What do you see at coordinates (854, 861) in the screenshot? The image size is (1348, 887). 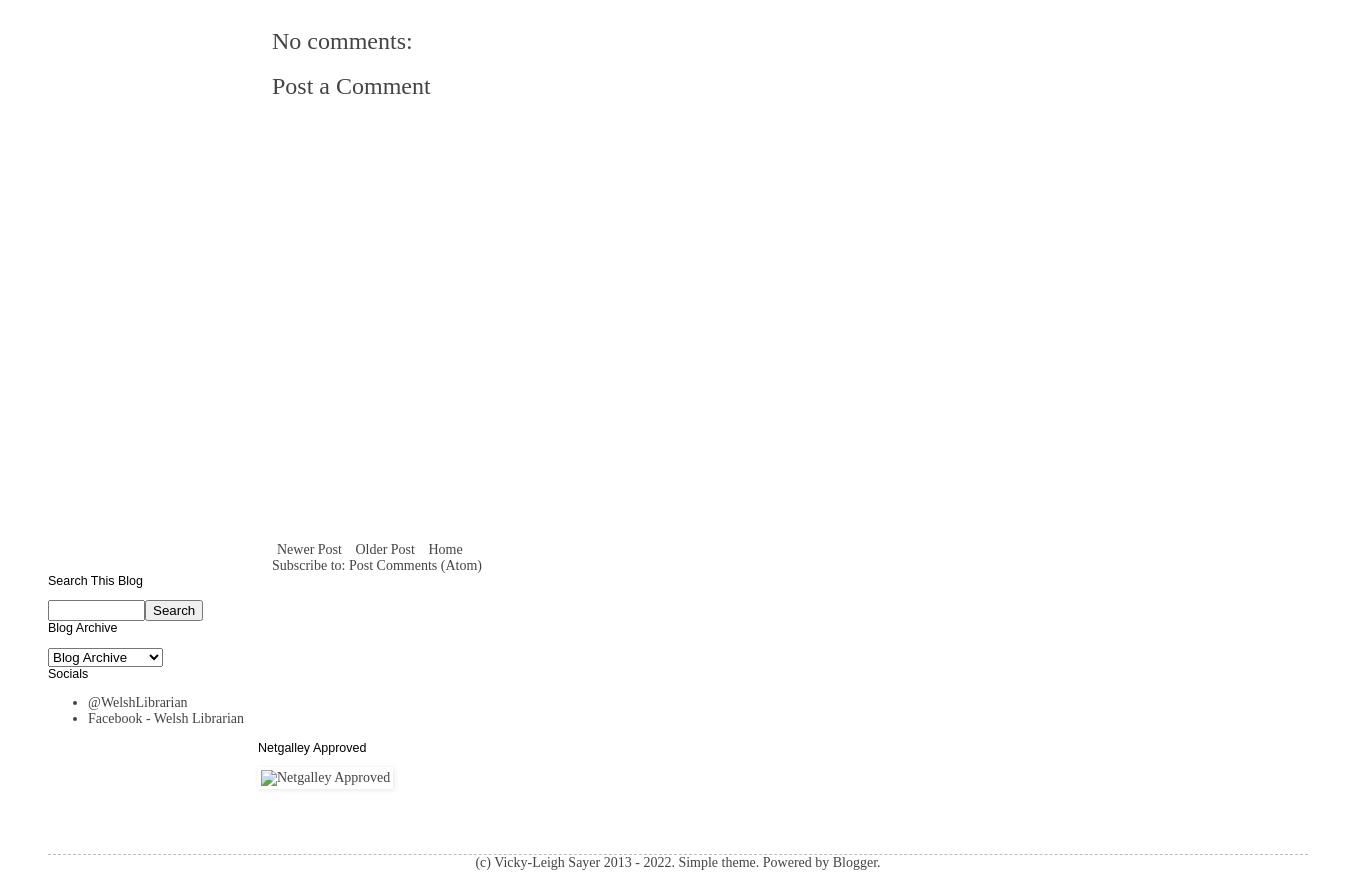 I see `'Blogger'` at bounding box center [854, 861].